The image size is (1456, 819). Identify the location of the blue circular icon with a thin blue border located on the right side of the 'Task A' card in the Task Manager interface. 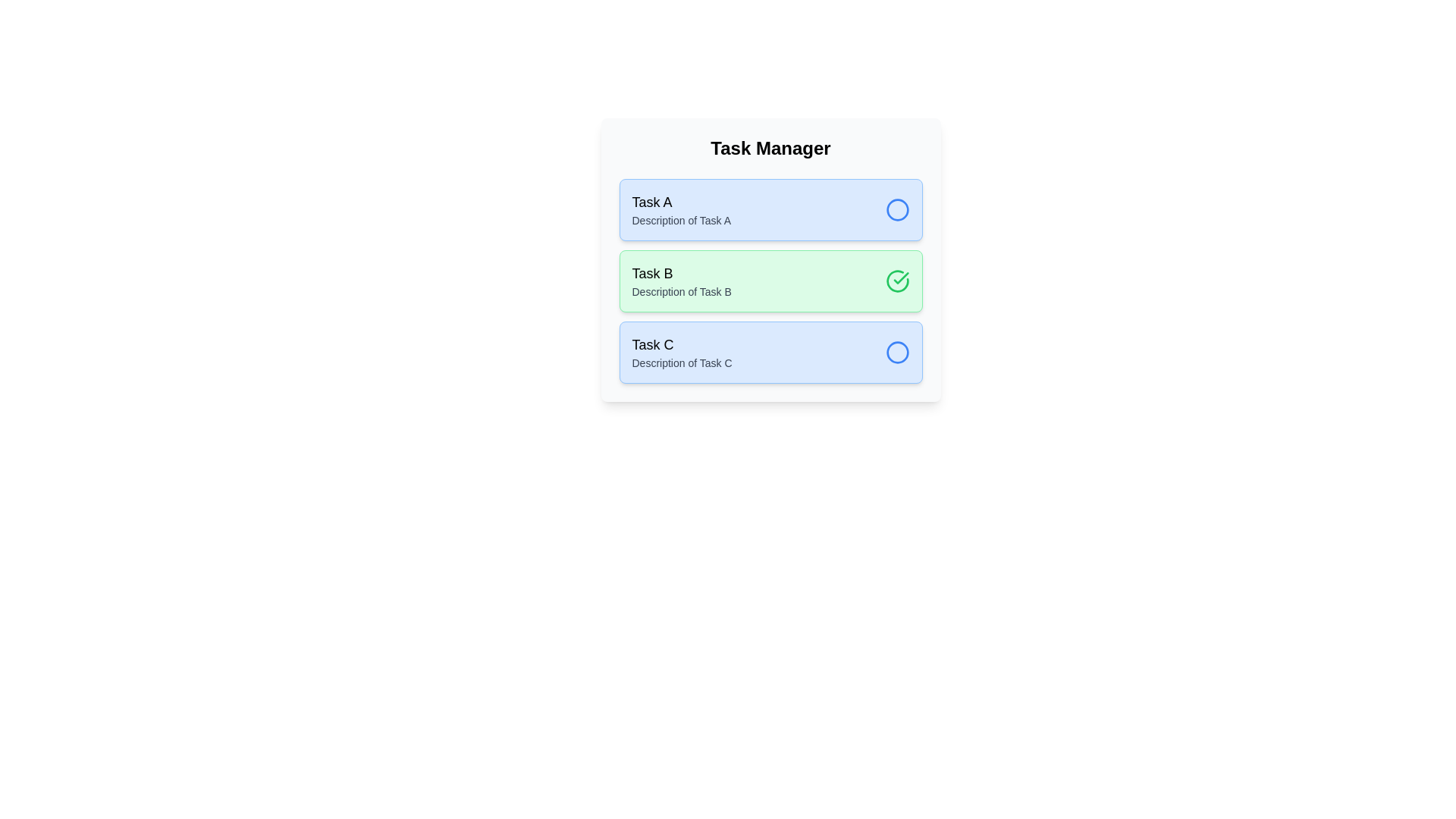
(897, 210).